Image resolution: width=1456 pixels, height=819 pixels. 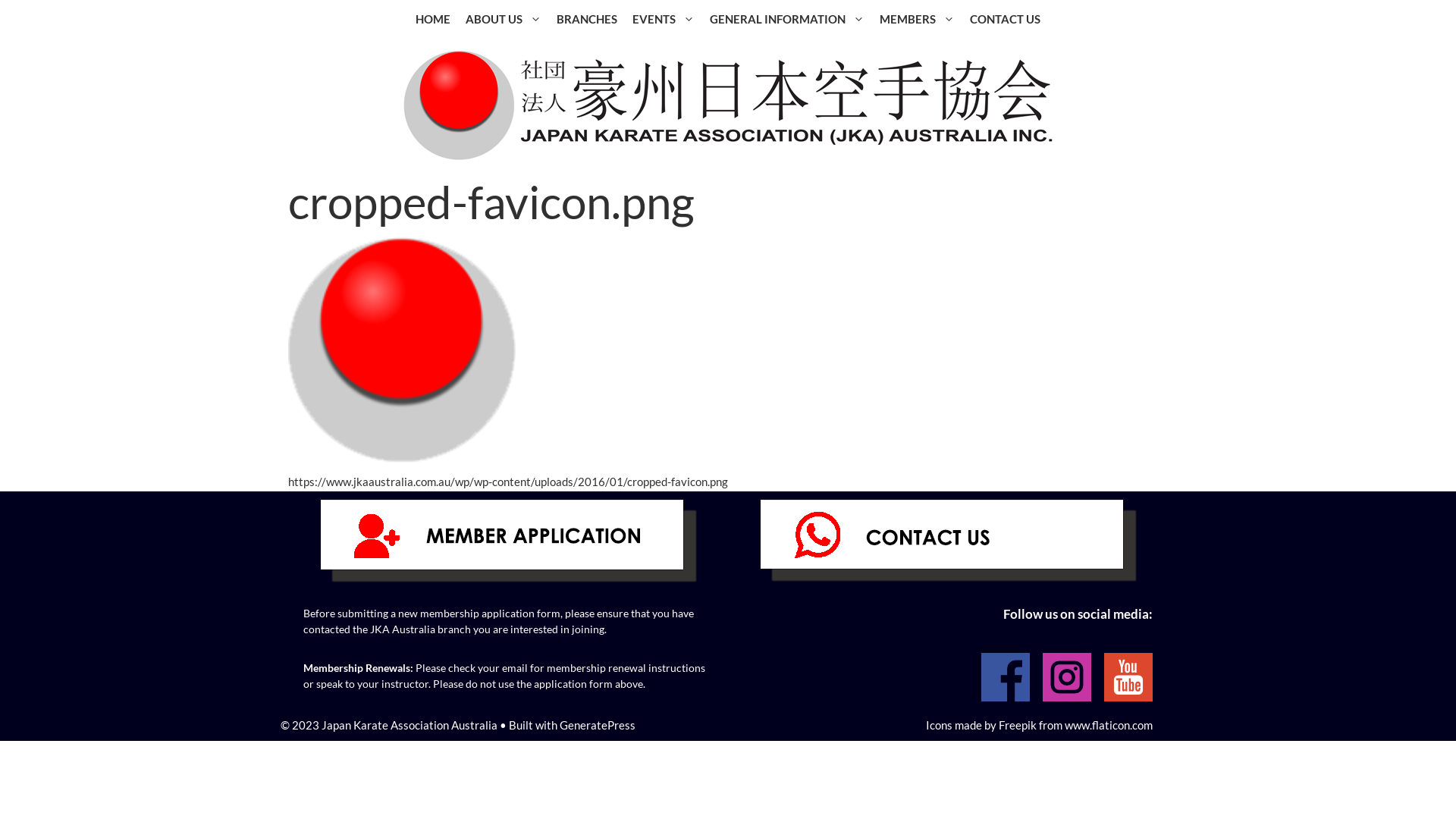 I want to click on 'GeneratePress', so click(x=596, y=723).